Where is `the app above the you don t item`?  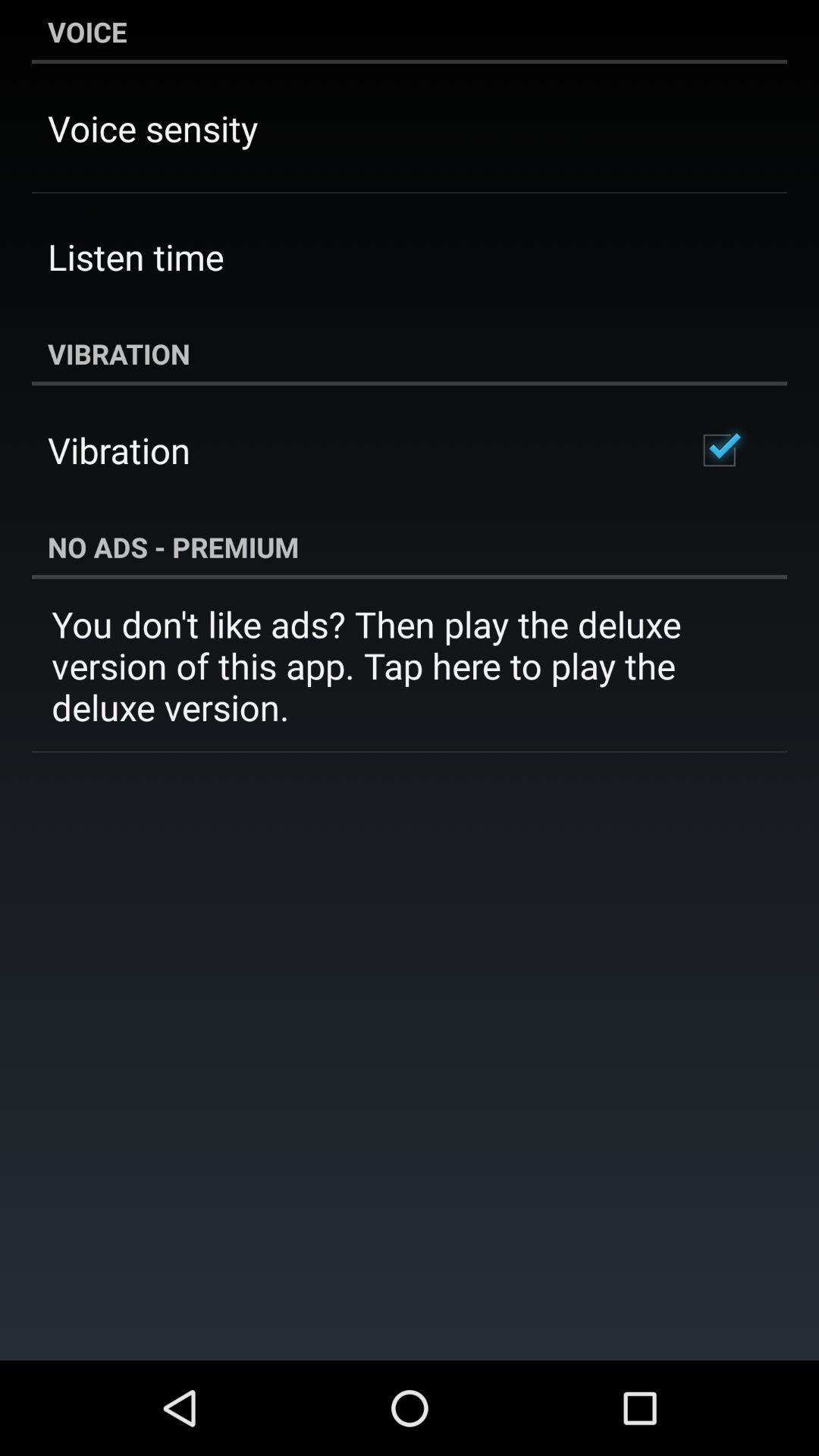
the app above the you don t item is located at coordinates (409, 546).